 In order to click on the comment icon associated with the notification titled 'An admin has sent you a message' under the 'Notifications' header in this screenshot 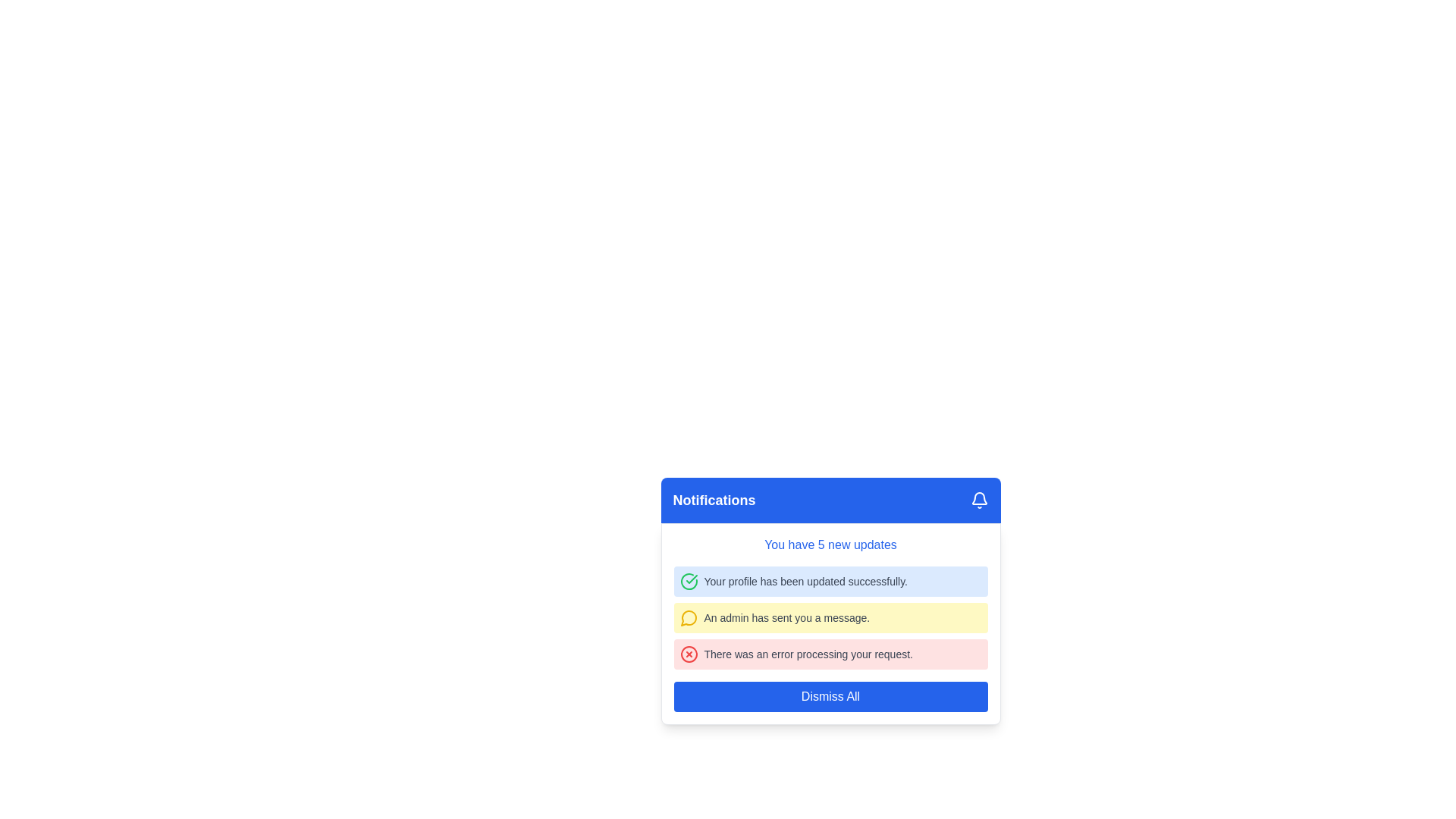, I will do `click(687, 617)`.